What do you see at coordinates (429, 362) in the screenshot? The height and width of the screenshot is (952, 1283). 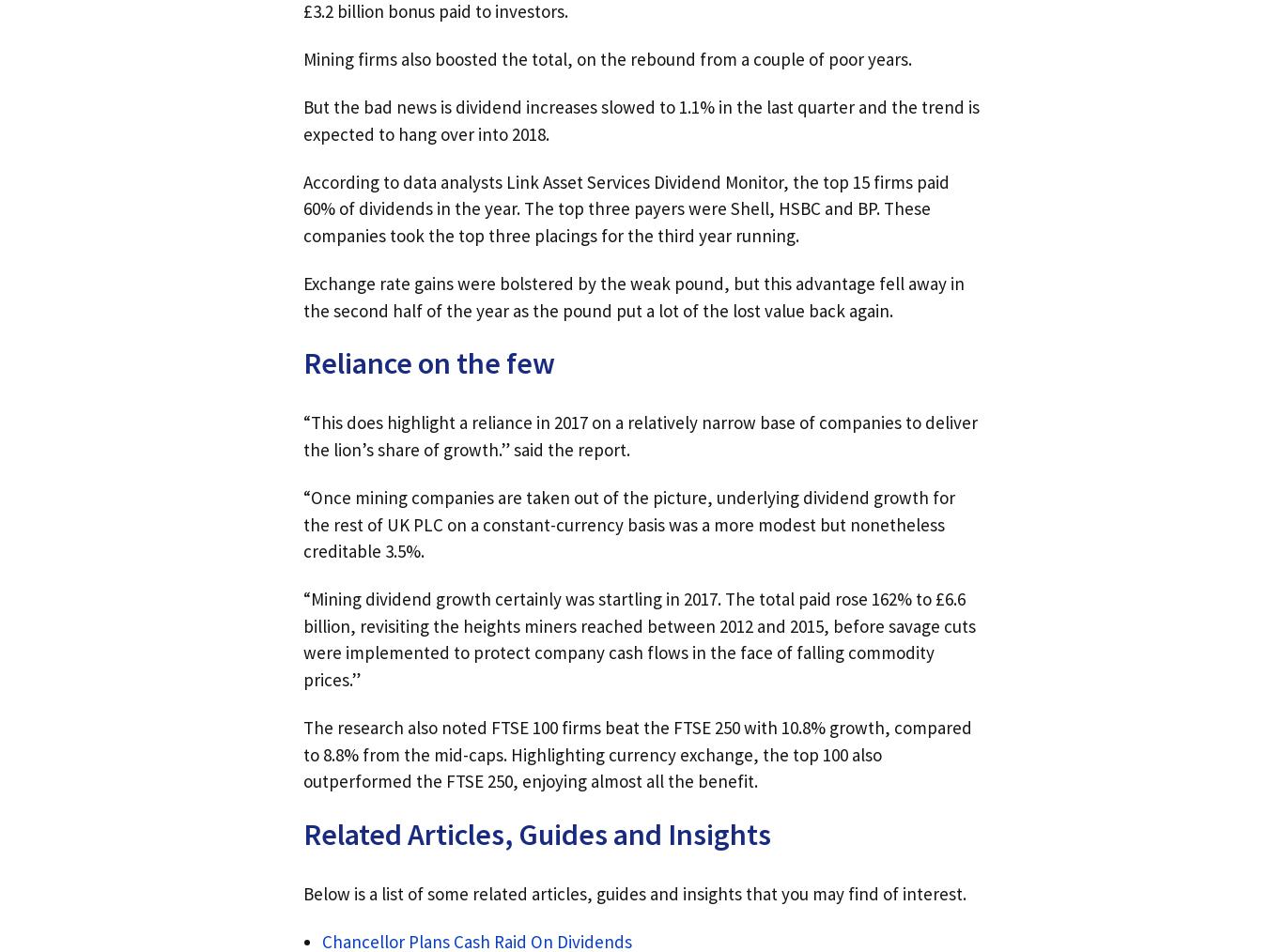 I see `'Reliance on the few'` at bounding box center [429, 362].